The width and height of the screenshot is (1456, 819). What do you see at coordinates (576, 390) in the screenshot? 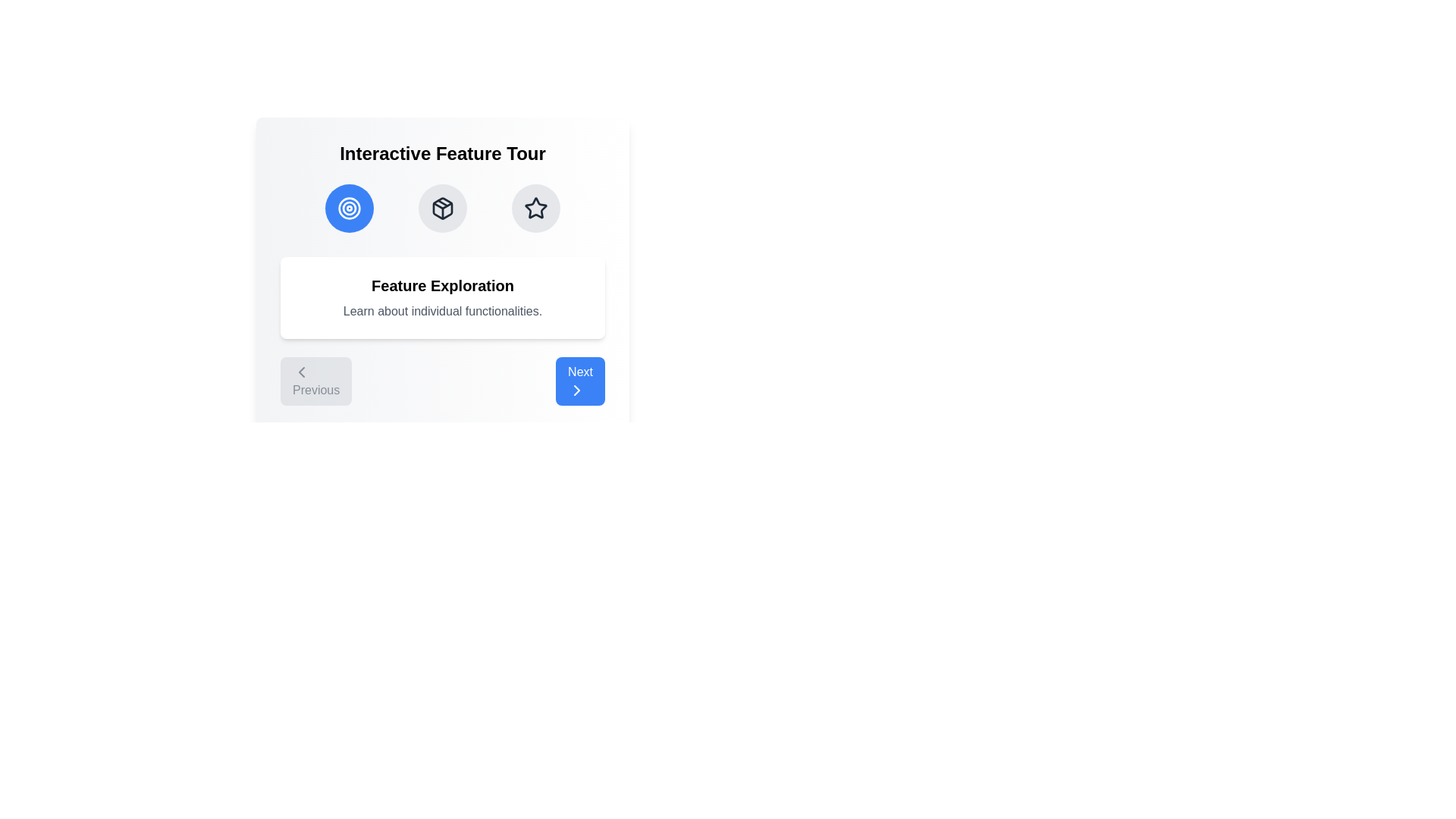
I see `the Chevron icon integrated within the 'Next' button, which is located at the bottom-right corner of the interface and indicates the direction to proceed` at bounding box center [576, 390].